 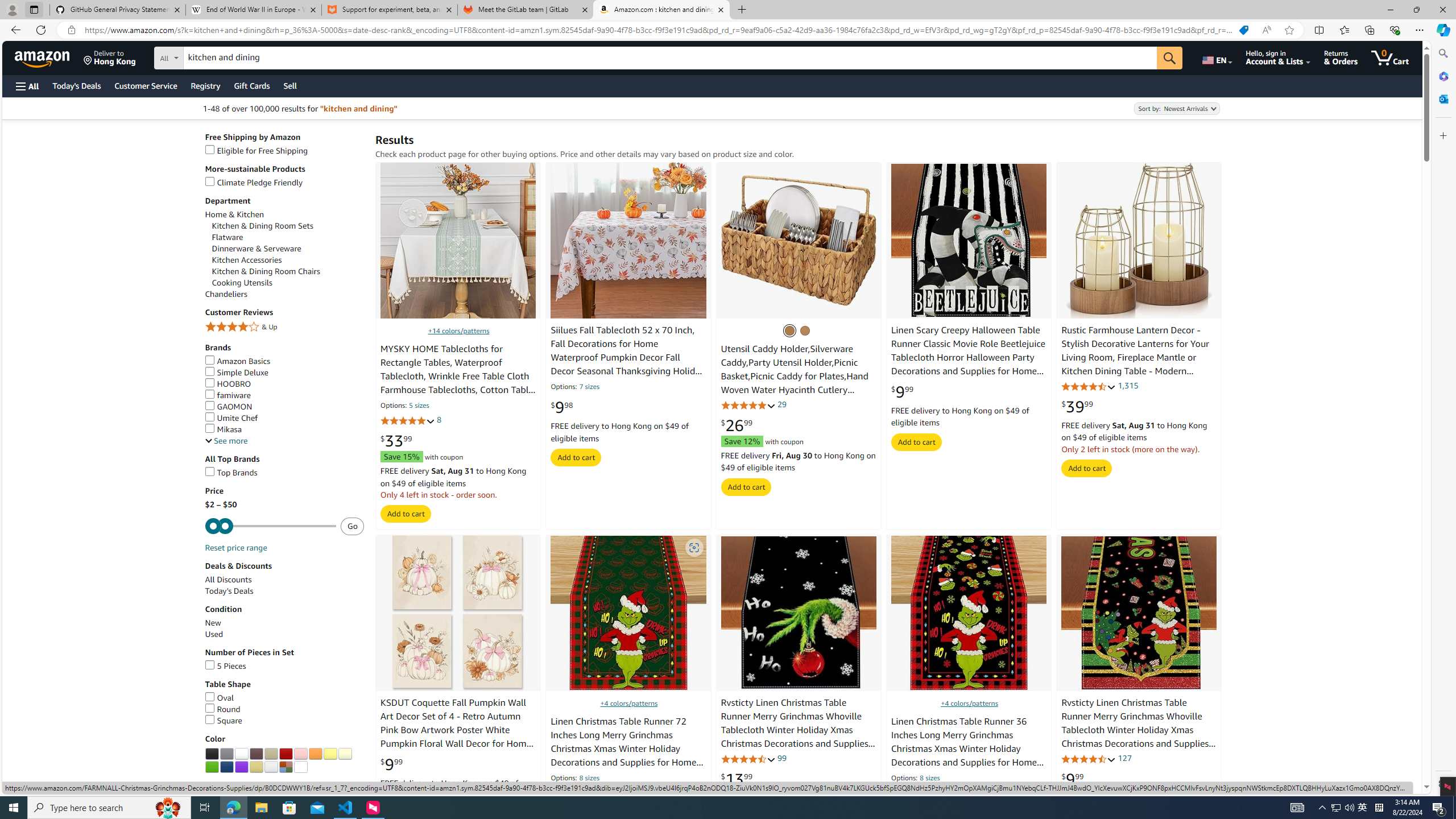 What do you see at coordinates (257, 150) in the screenshot?
I see `'Eligible for Free Shipping'` at bounding box center [257, 150].